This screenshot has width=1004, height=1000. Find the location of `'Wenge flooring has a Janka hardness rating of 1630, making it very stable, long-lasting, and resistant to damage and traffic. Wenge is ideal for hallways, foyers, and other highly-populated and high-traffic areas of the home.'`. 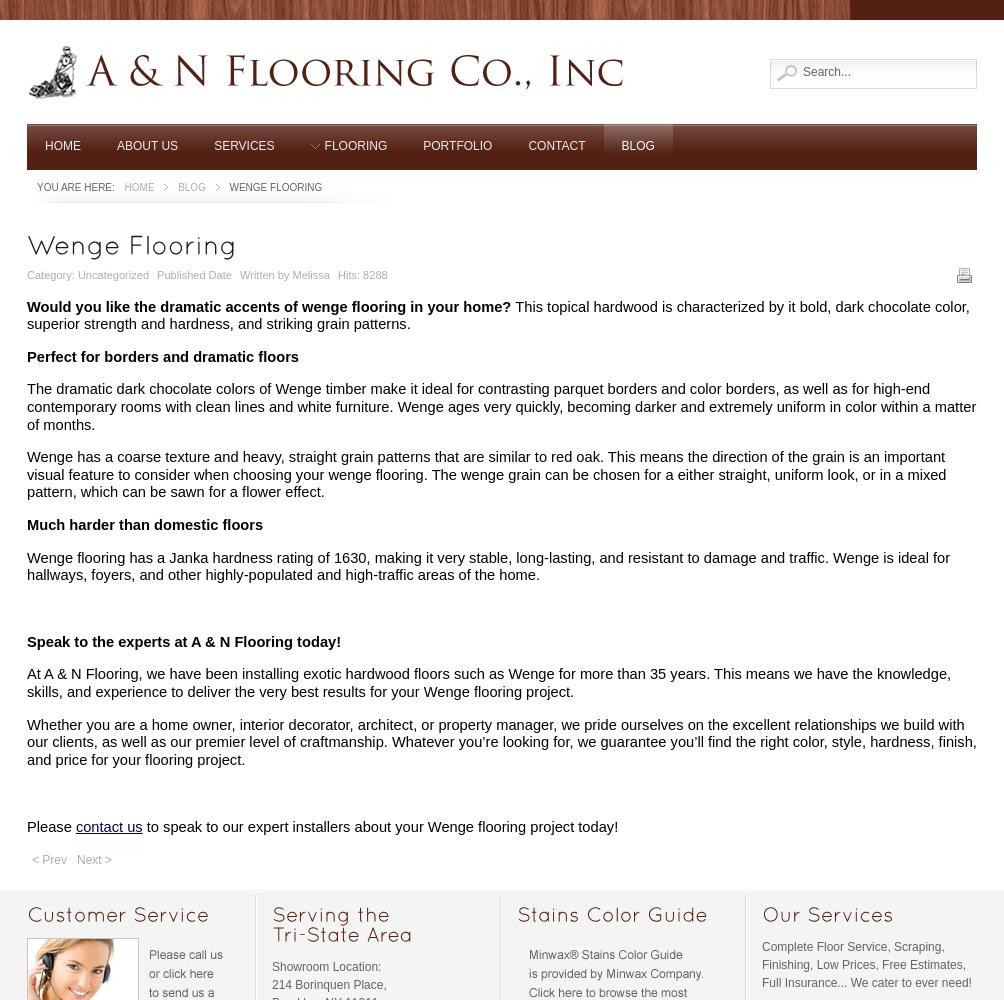

'Wenge flooring has a Janka hardness rating of 1630, making it very stable, long-lasting, and resistant to damage and traffic. Wenge is ideal for hallways, foyers, and other highly-populated and high-traffic areas of the home.' is located at coordinates (27, 565).